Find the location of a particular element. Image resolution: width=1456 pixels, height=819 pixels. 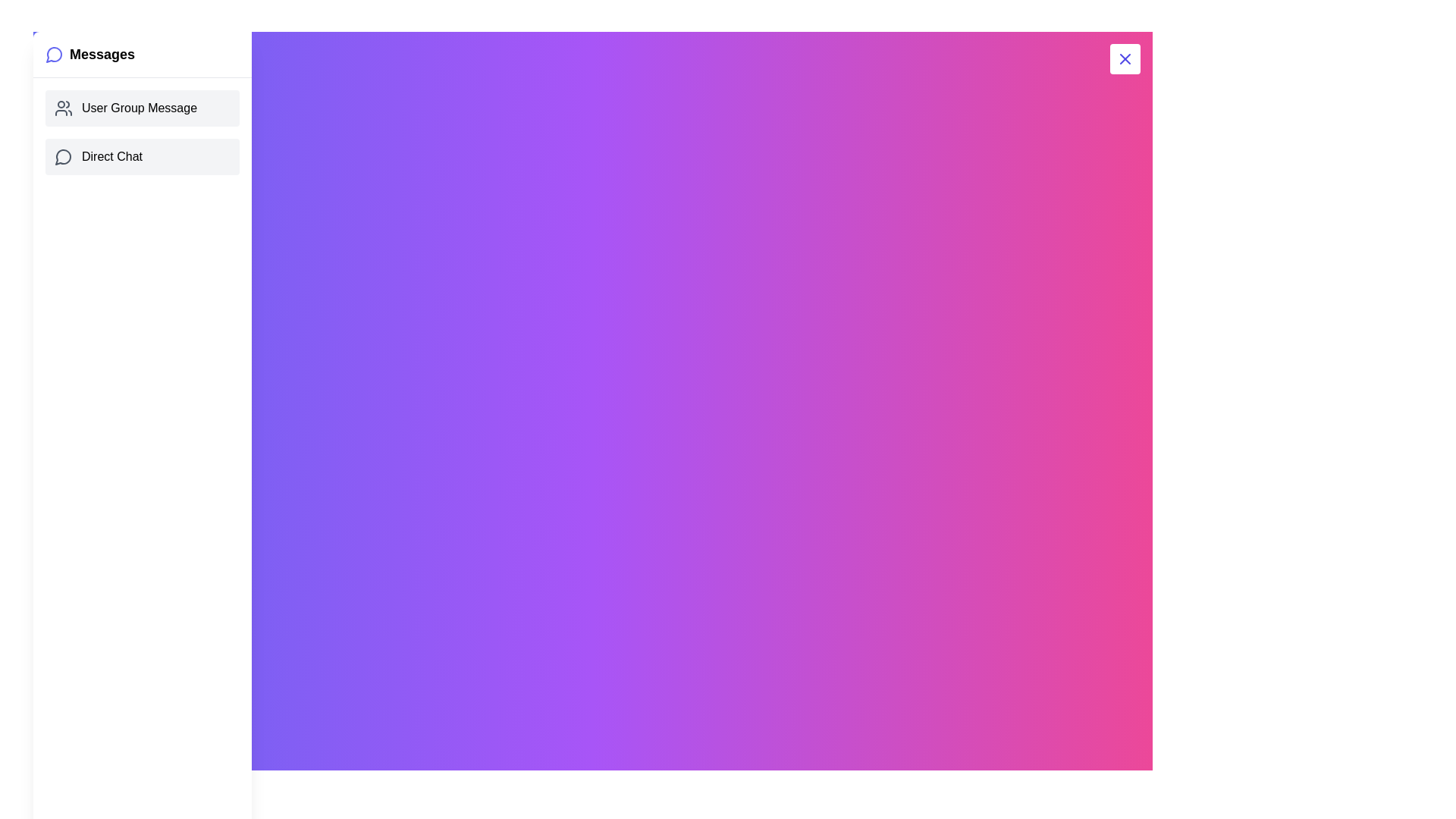

the 'Direct Chat' icon located in the left-side navigation panel, which precedes the text label 'Direct Chat' is located at coordinates (62, 157).